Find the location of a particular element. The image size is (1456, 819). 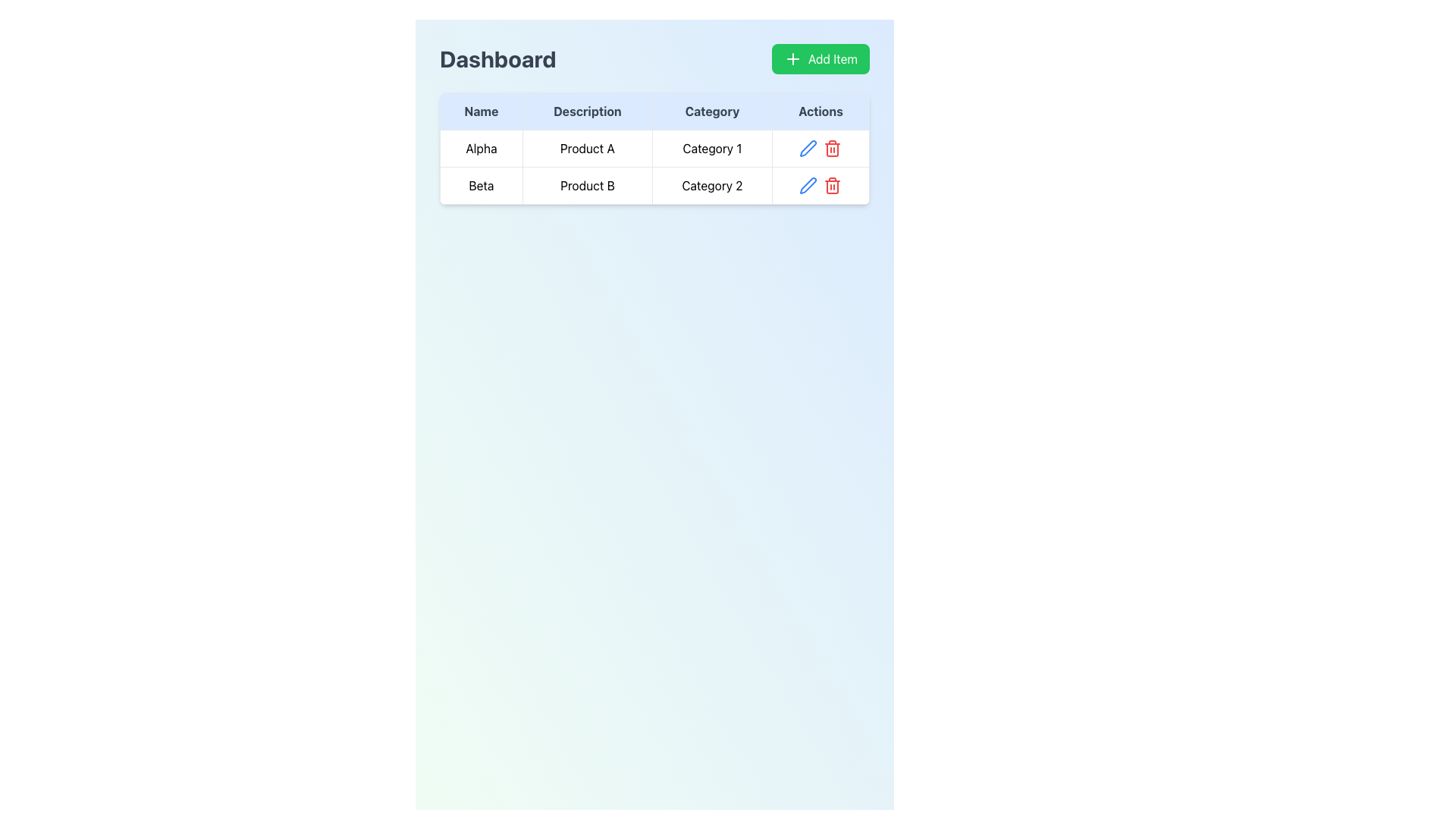

the delete icon located in the second row of the 'Actions' column is located at coordinates (832, 185).